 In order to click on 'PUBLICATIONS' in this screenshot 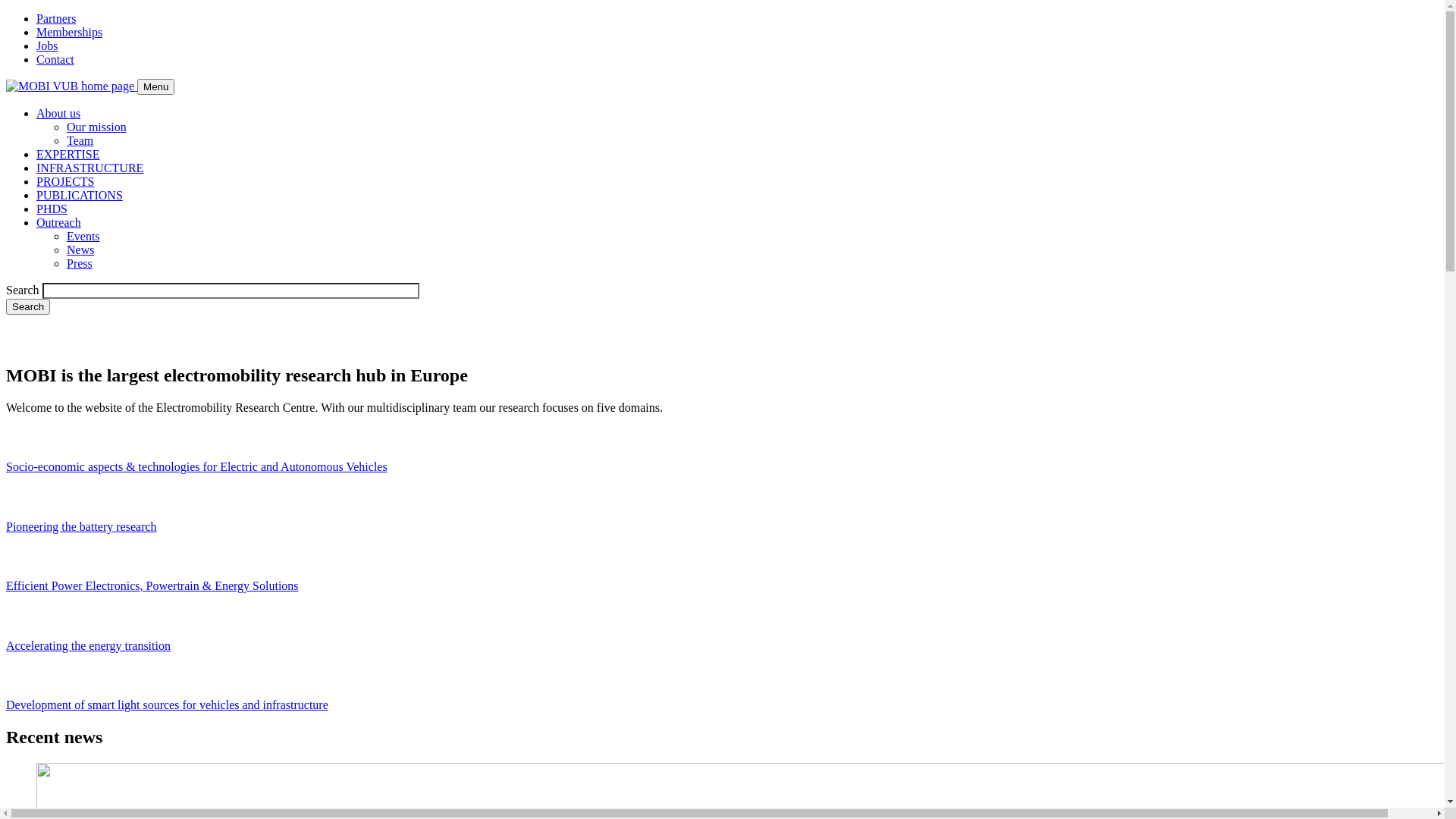, I will do `click(36, 194)`.